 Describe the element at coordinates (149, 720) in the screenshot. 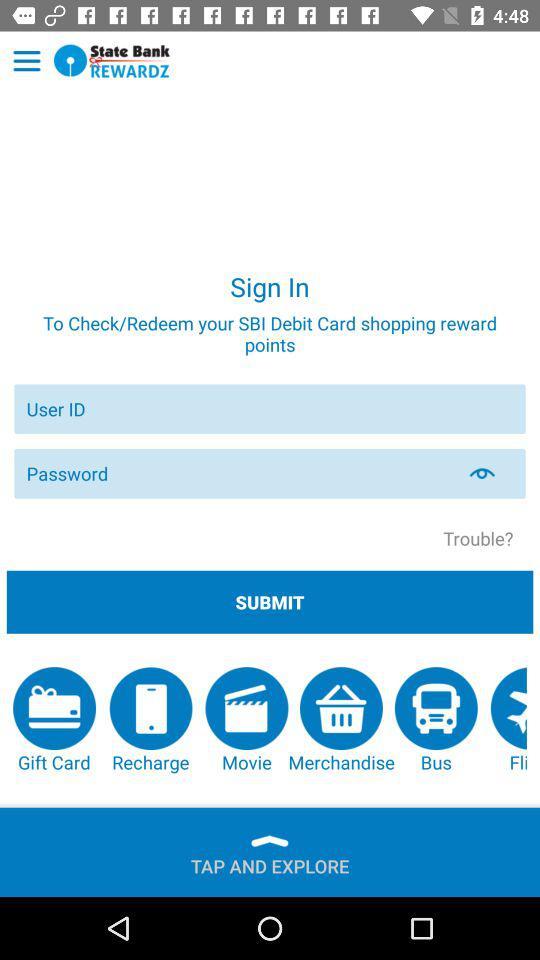

I see `the recharge icon` at that location.